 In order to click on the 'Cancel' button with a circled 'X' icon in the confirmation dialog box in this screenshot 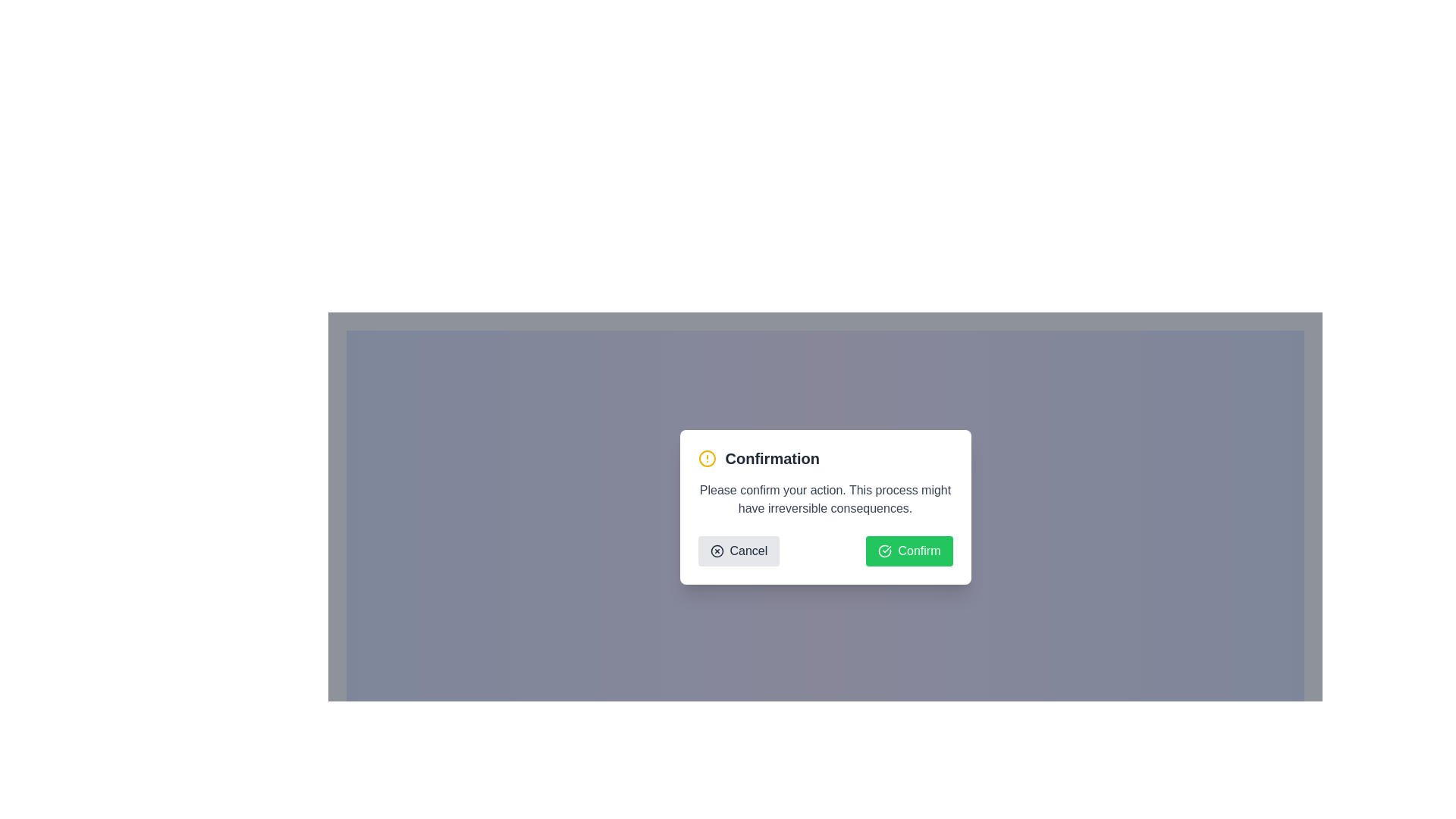, I will do `click(739, 551)`.